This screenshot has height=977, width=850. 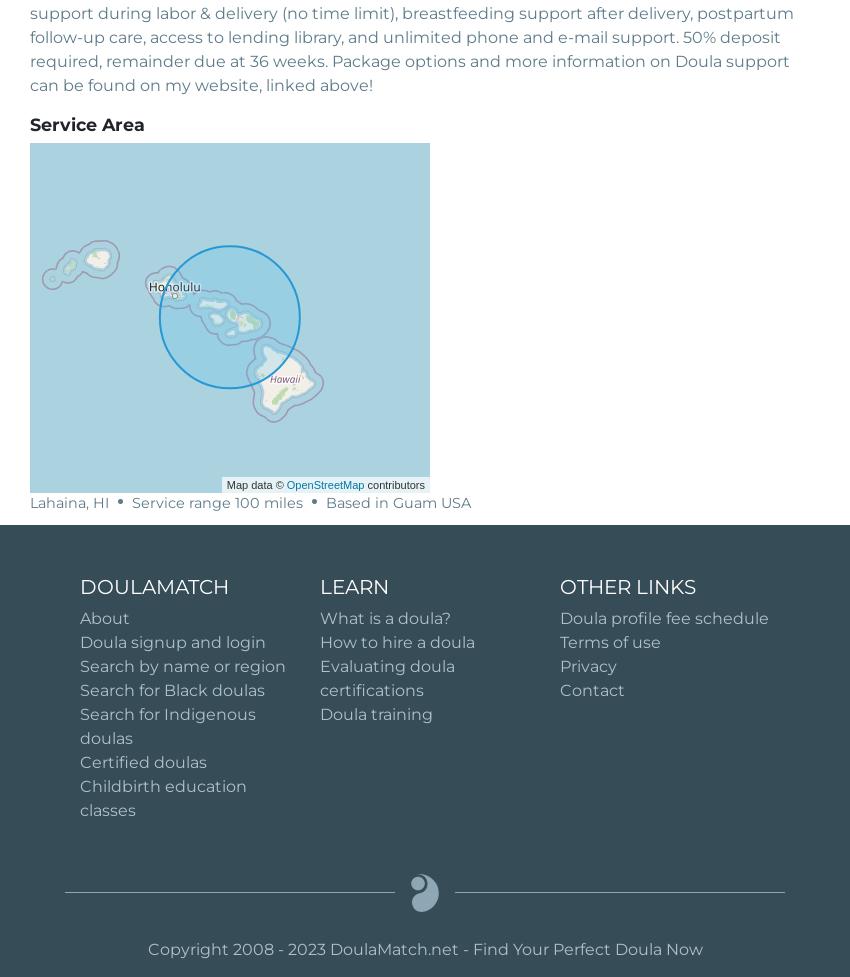 I want to click on 'Terms of use', so click(x=609, y=640).